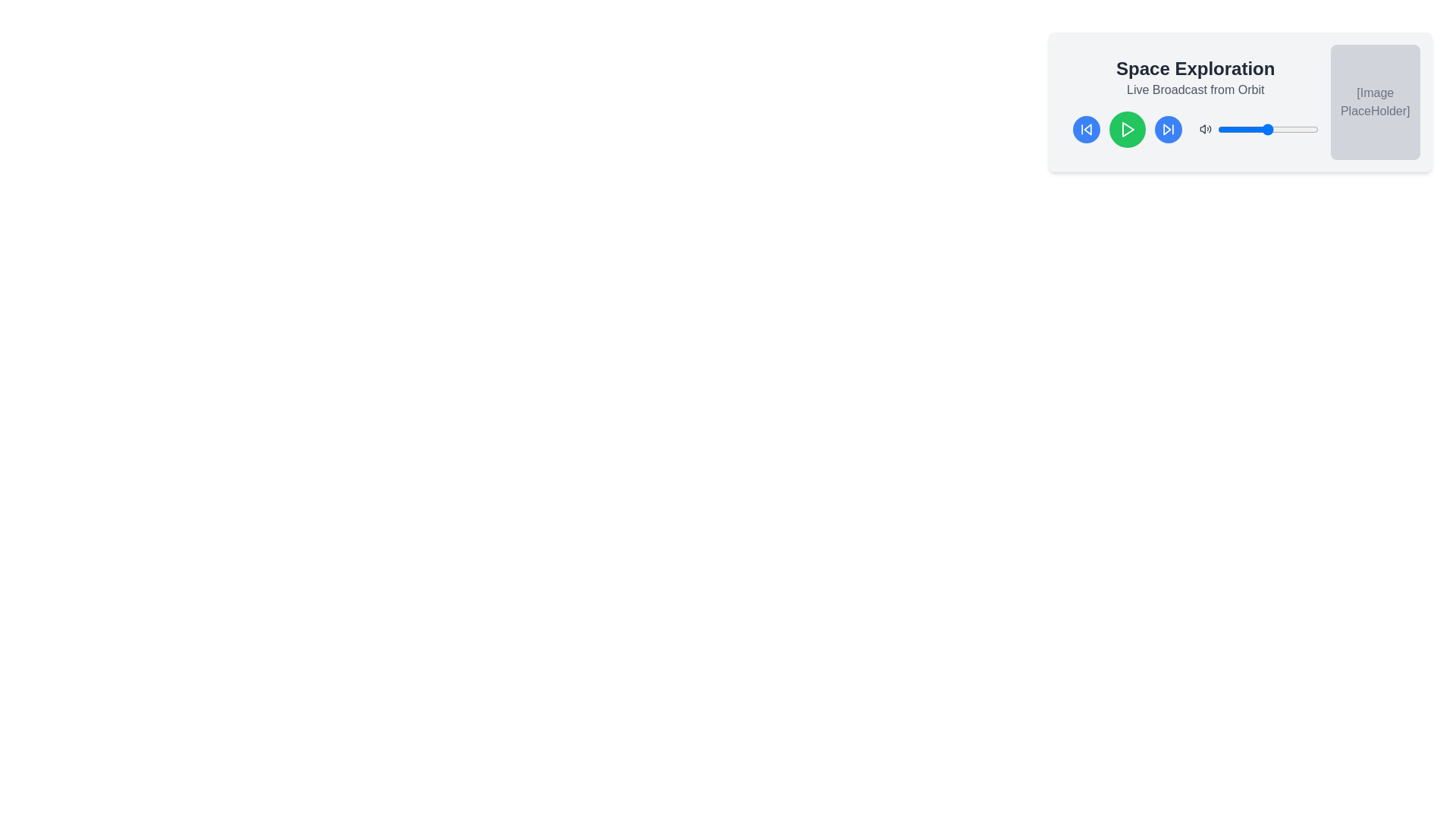 The image size is (1456, 819). I want to click on the text element that reads 'Live Broadcast from Orbit', which is styled in gray and positioned directly below the 'Space Exploration' title, so click(1194, 90).